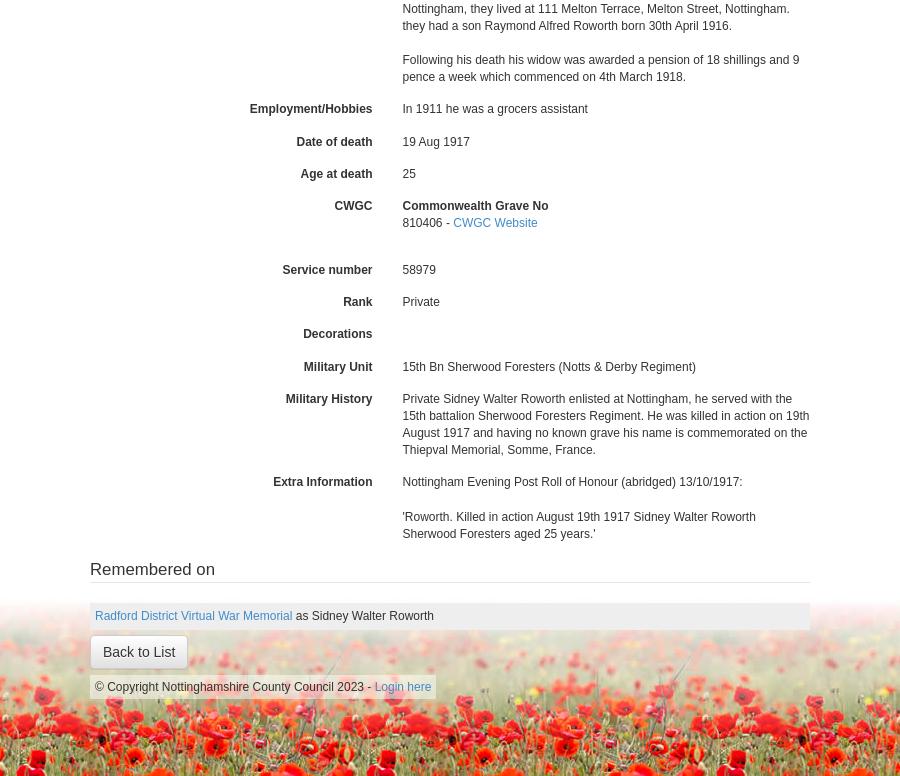  I want to click on 'Radford District Virtual  War Memorial', so click(193, 614).